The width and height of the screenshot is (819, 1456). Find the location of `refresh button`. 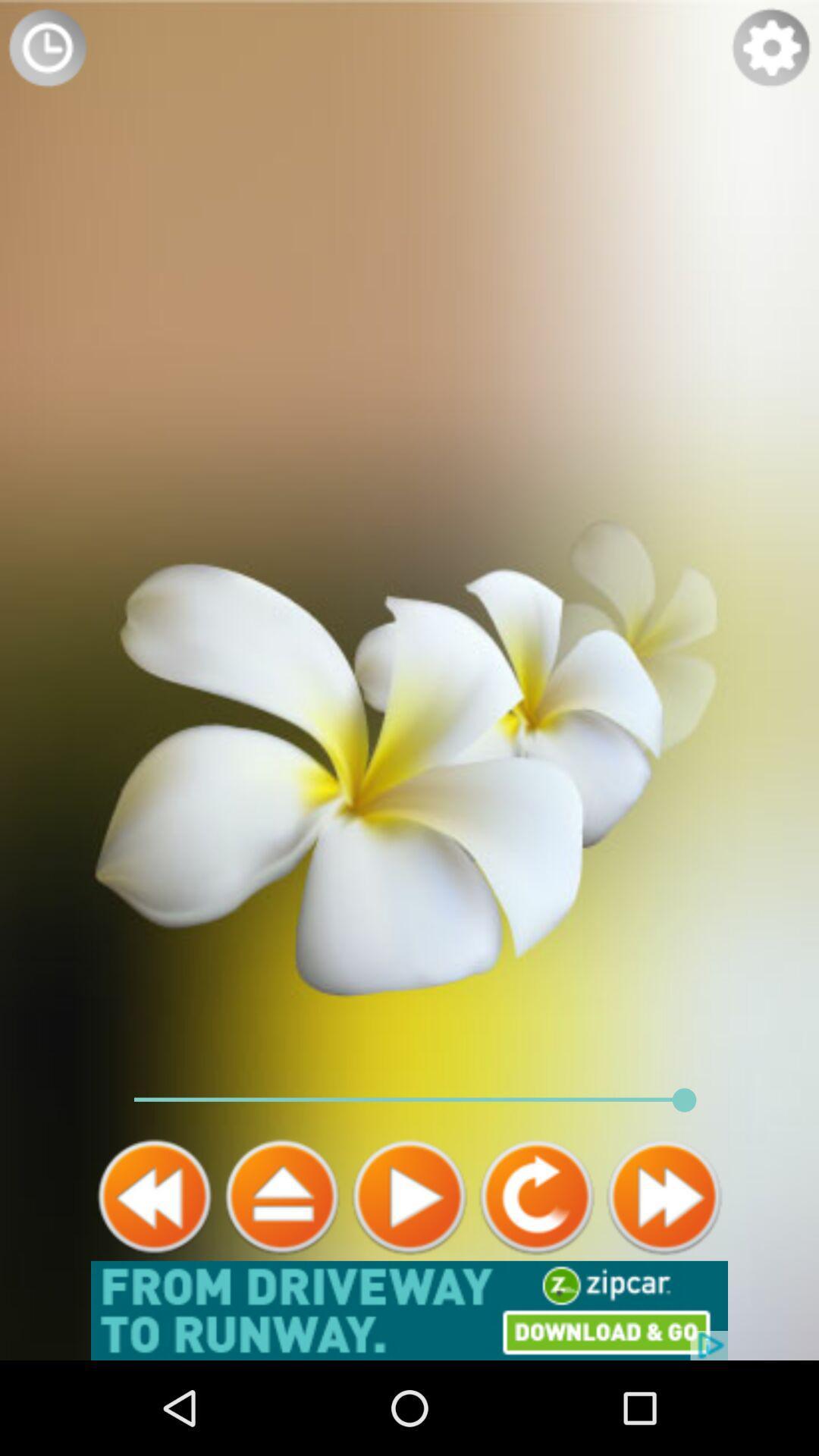

refresh button is located at coordinates (536, 1196).